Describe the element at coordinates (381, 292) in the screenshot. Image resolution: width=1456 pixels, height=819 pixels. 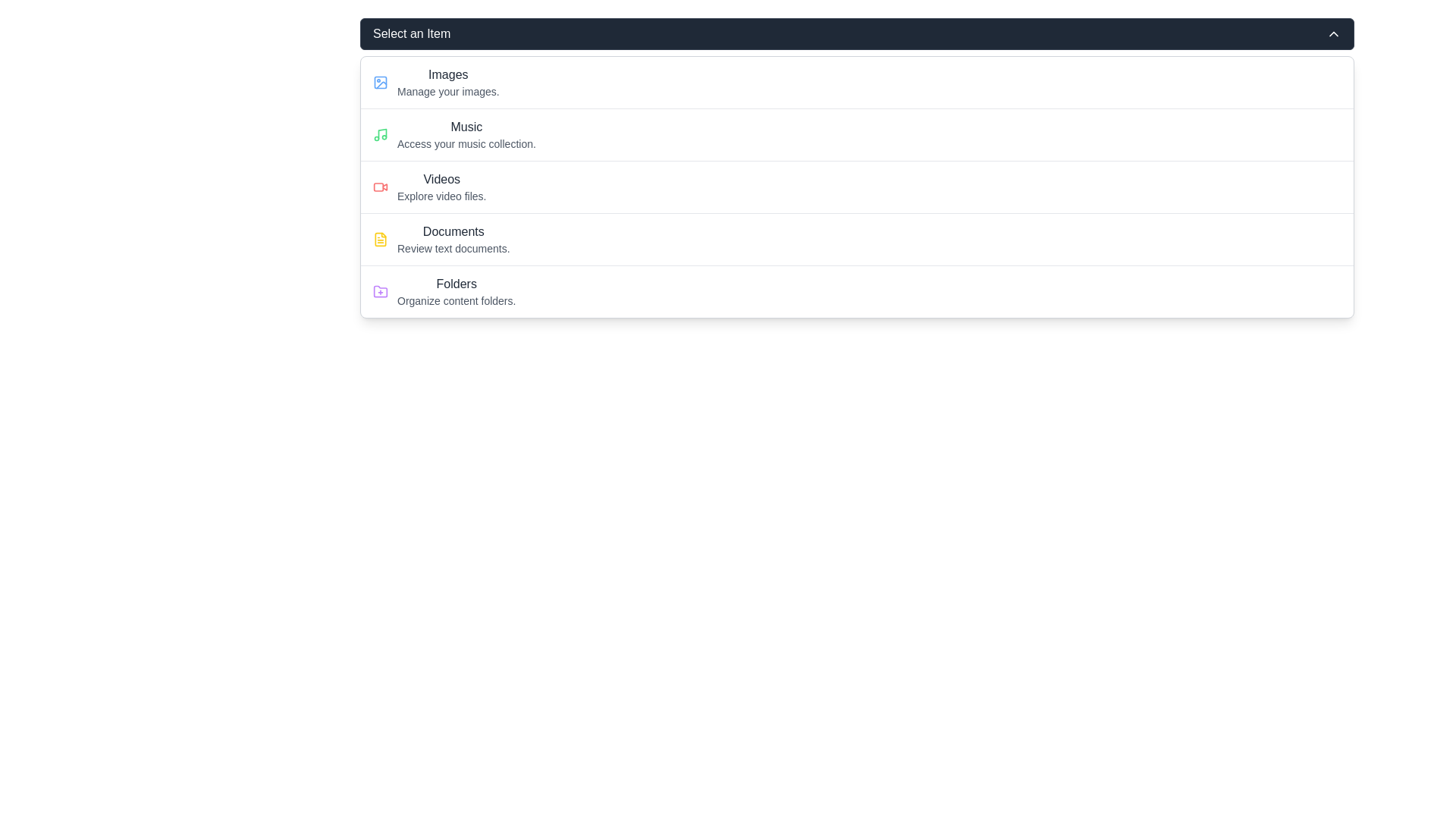
I see `the SVG-based Icon representing the 'Folders' menu item` at that location.